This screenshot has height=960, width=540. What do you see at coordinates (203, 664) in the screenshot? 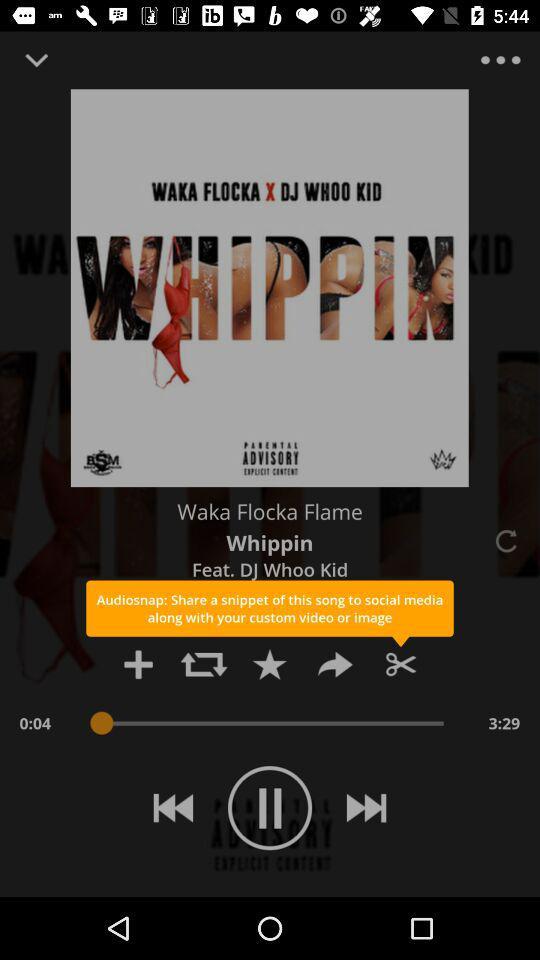
I see `the repeat icon` at bounding box center [203, 664].